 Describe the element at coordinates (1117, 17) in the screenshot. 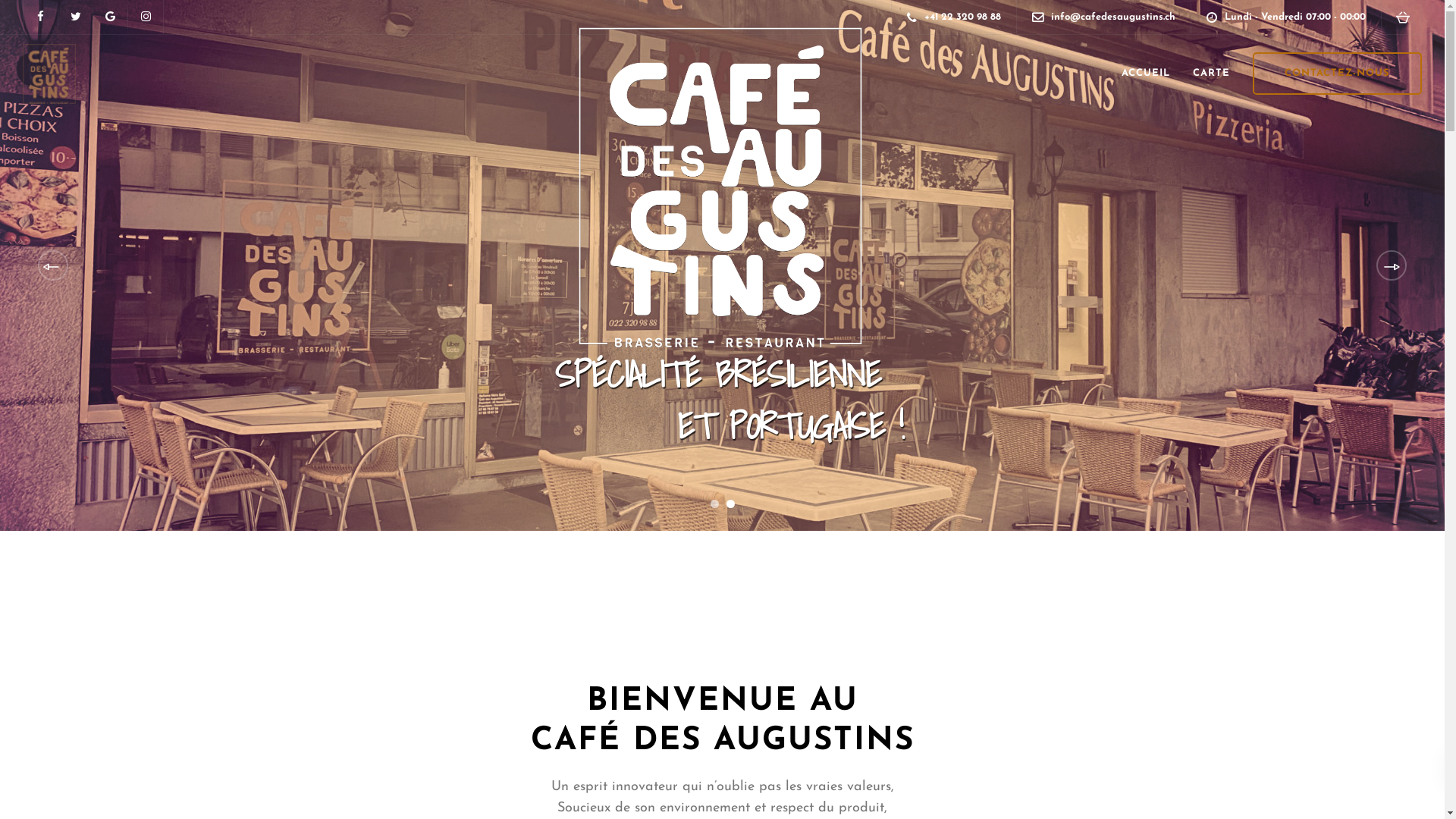

I see `'info@cafedesaugustins.ch'` at that location.